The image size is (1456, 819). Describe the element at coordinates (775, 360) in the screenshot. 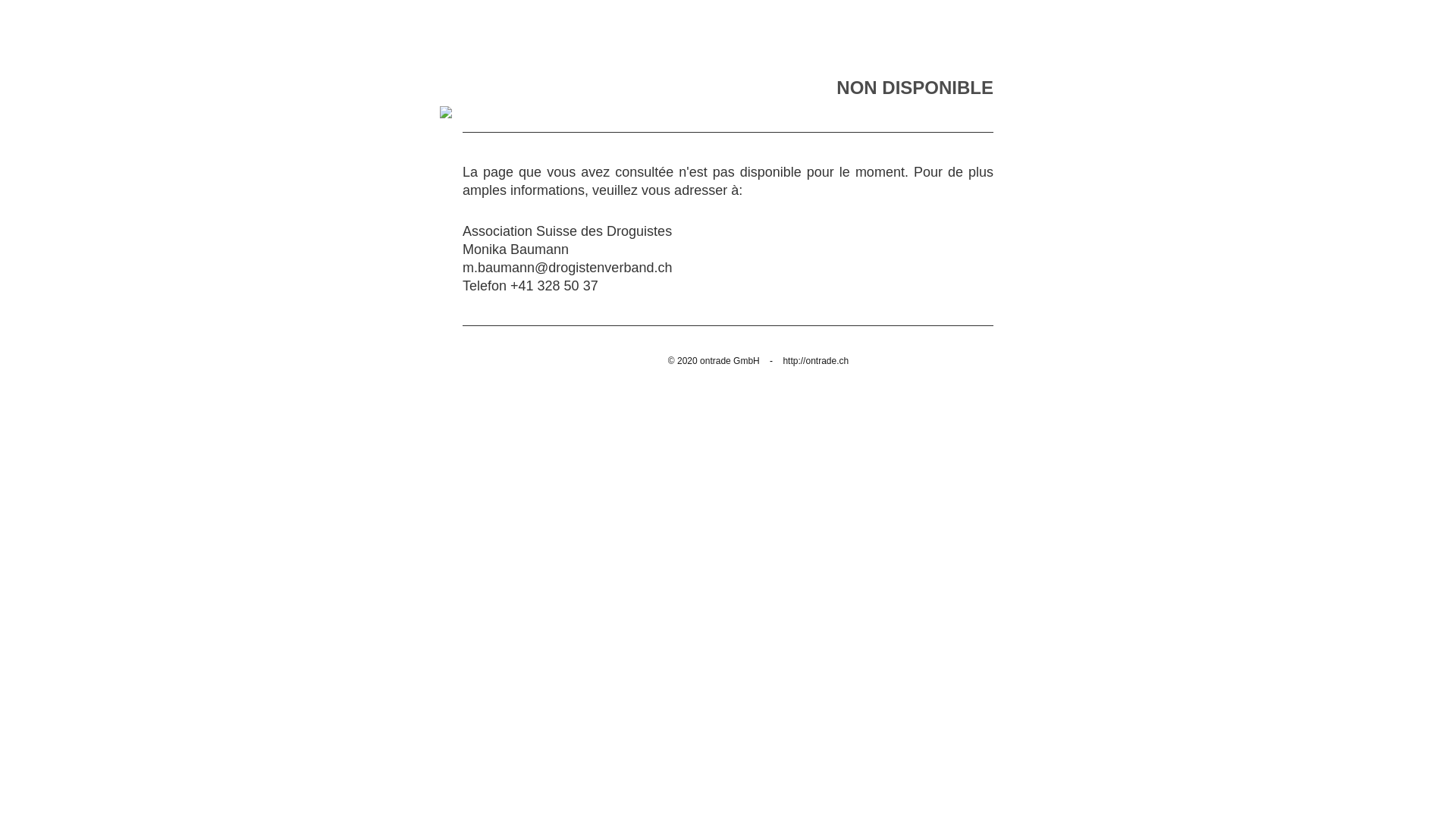

I see `'http://ontrade.ch'` at that location.